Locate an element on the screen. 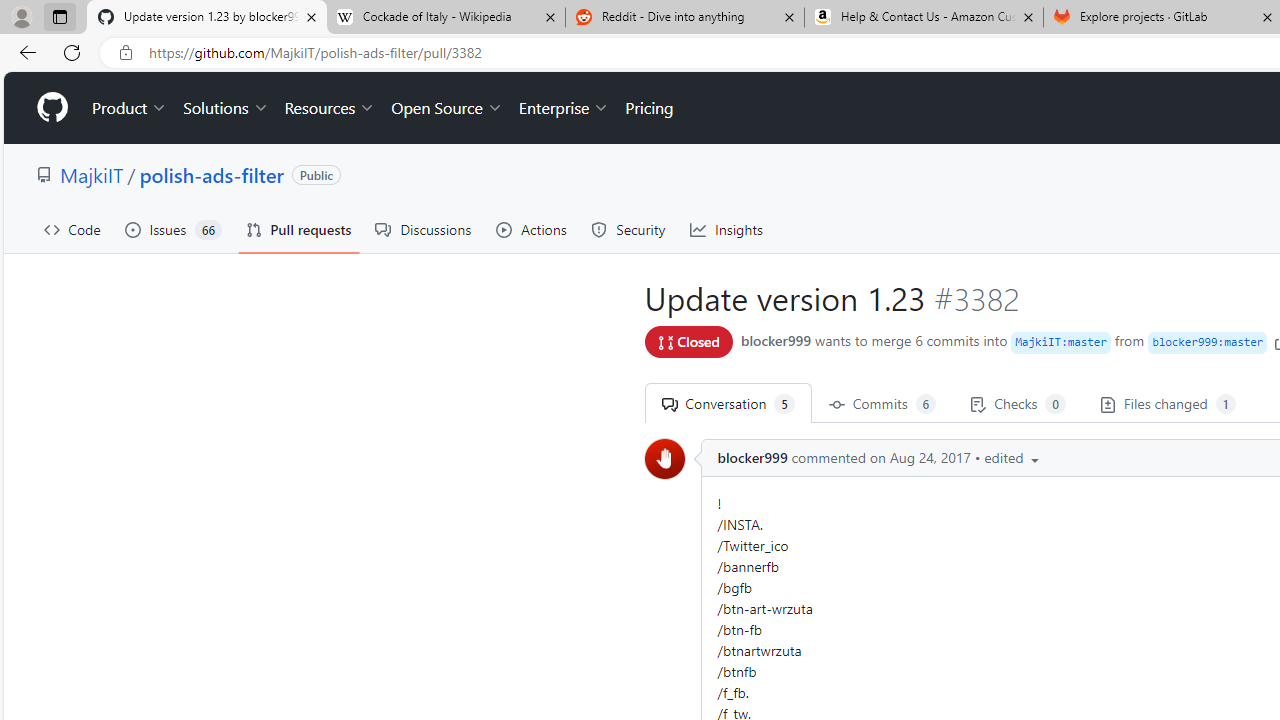  'MajkiIT' is located at coordinates (91, 173).